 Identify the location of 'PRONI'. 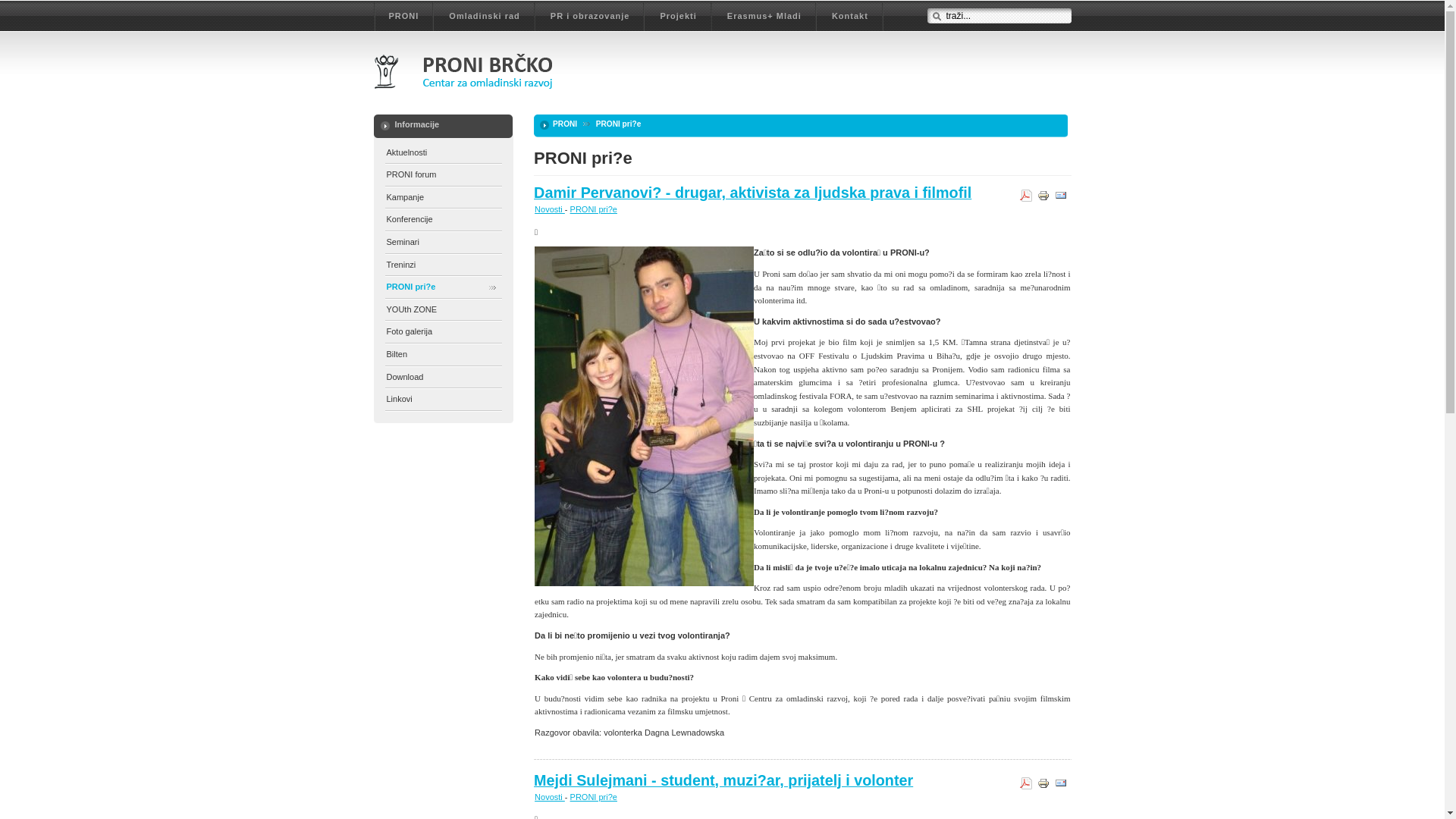
(403, 17).